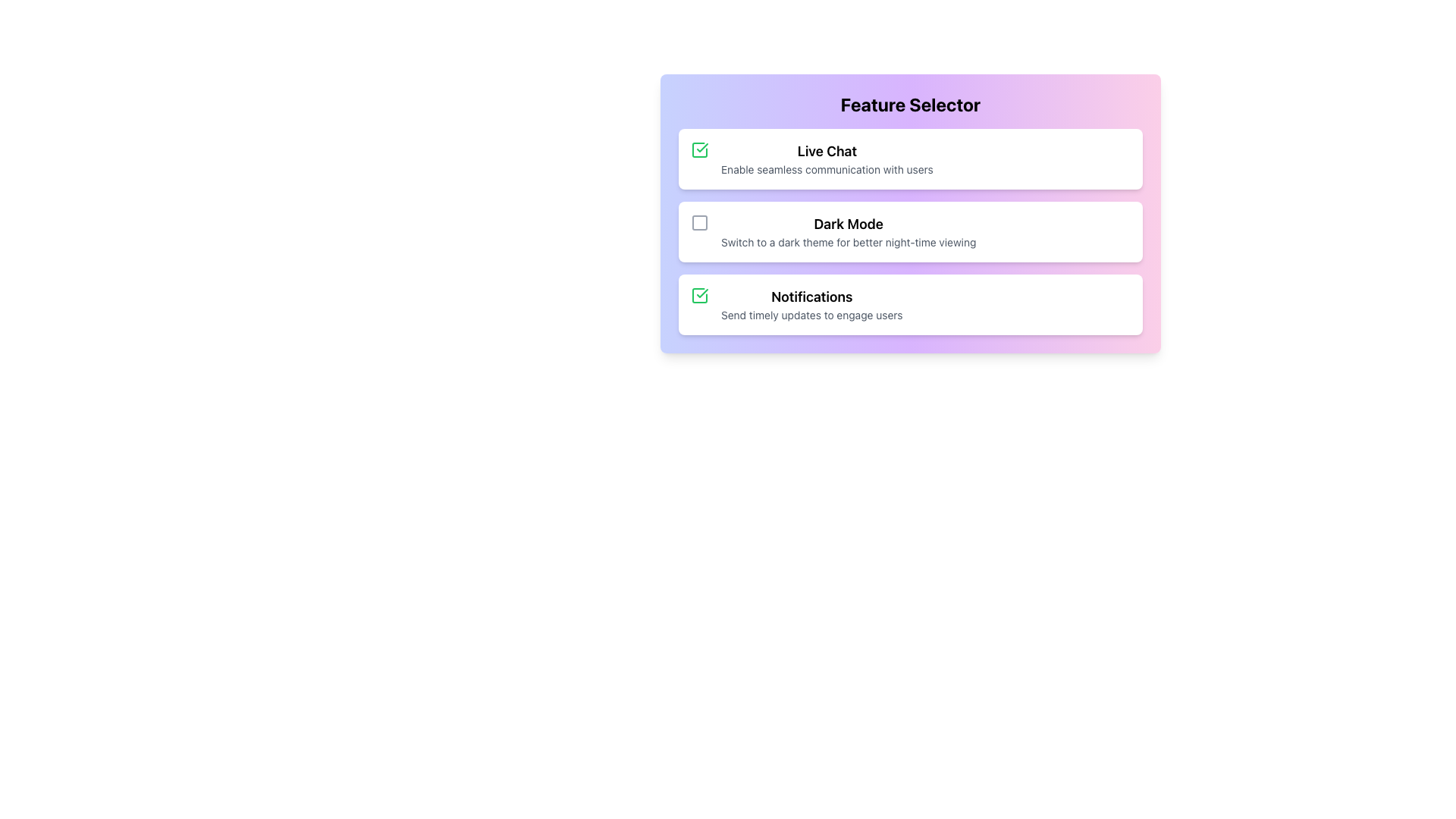  I want to click on the 'Live Chat' feature card, so click(910, 158).